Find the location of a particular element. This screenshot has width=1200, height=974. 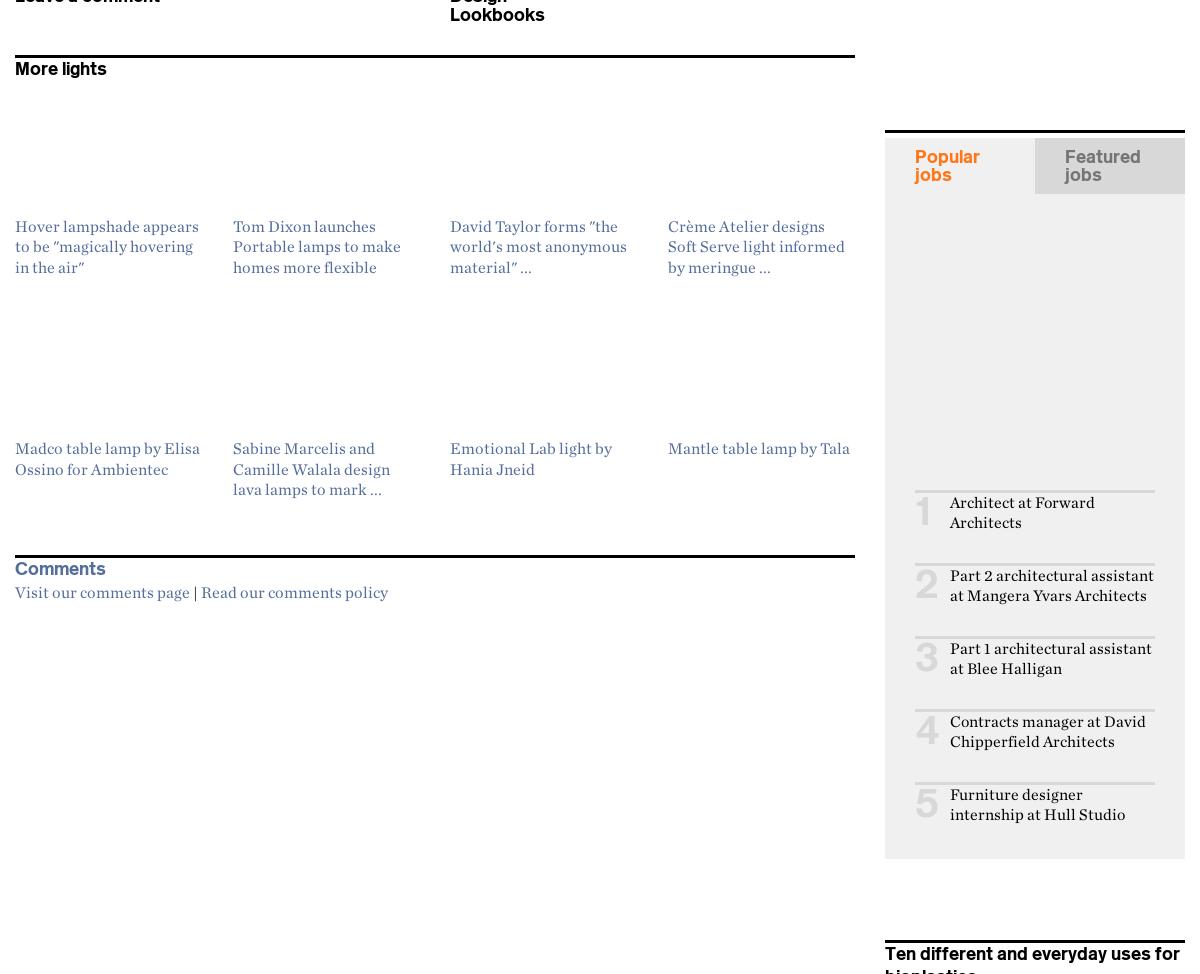

'Part 2 architectural assistant at Mangera Yvars Architects' is located at coordinates (1051, 583).